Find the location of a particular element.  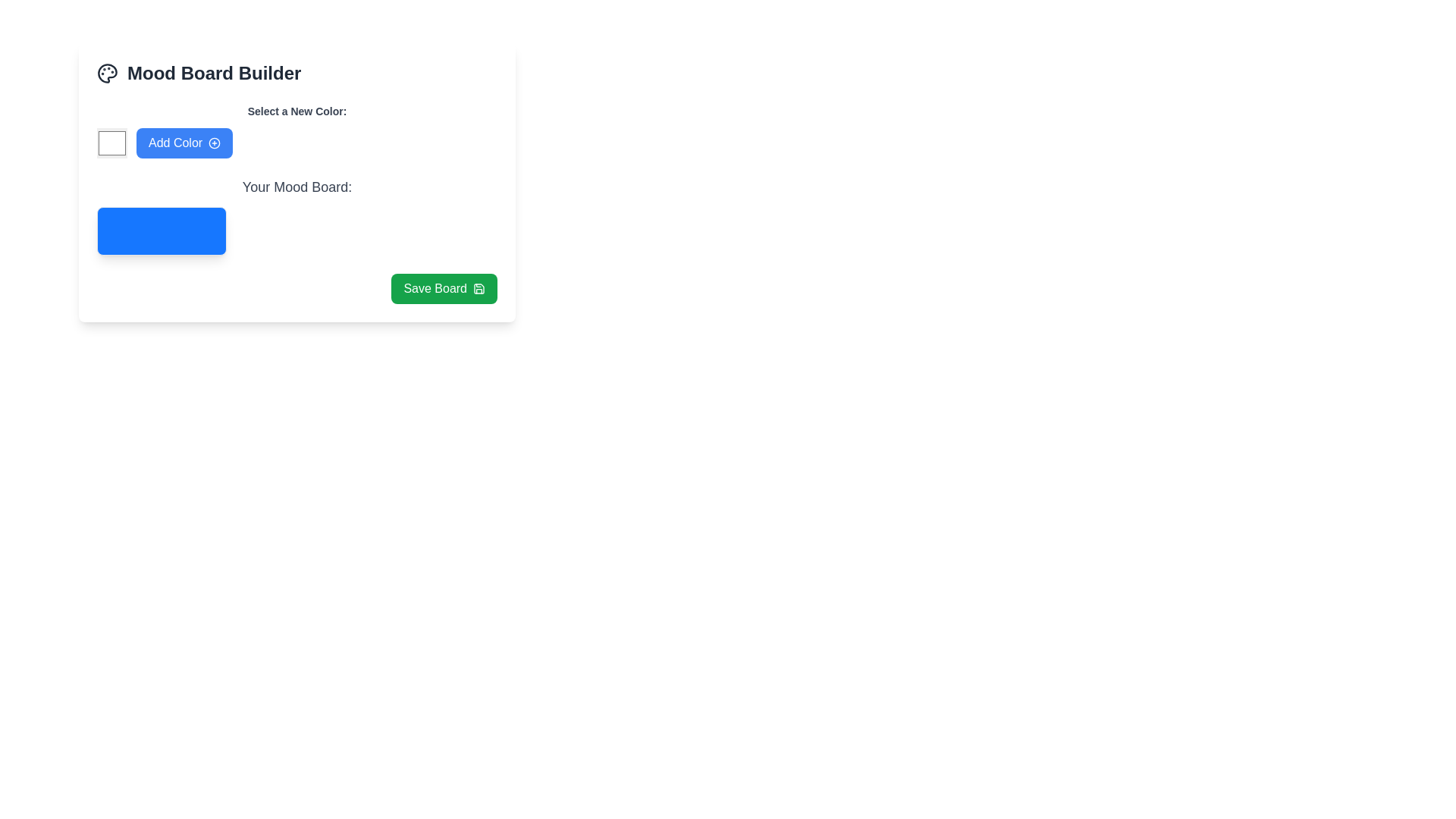

the circular icon element with a plus sign, located immediately to the right of the blue 'Add Color' button is located at coordinates (214, 143).